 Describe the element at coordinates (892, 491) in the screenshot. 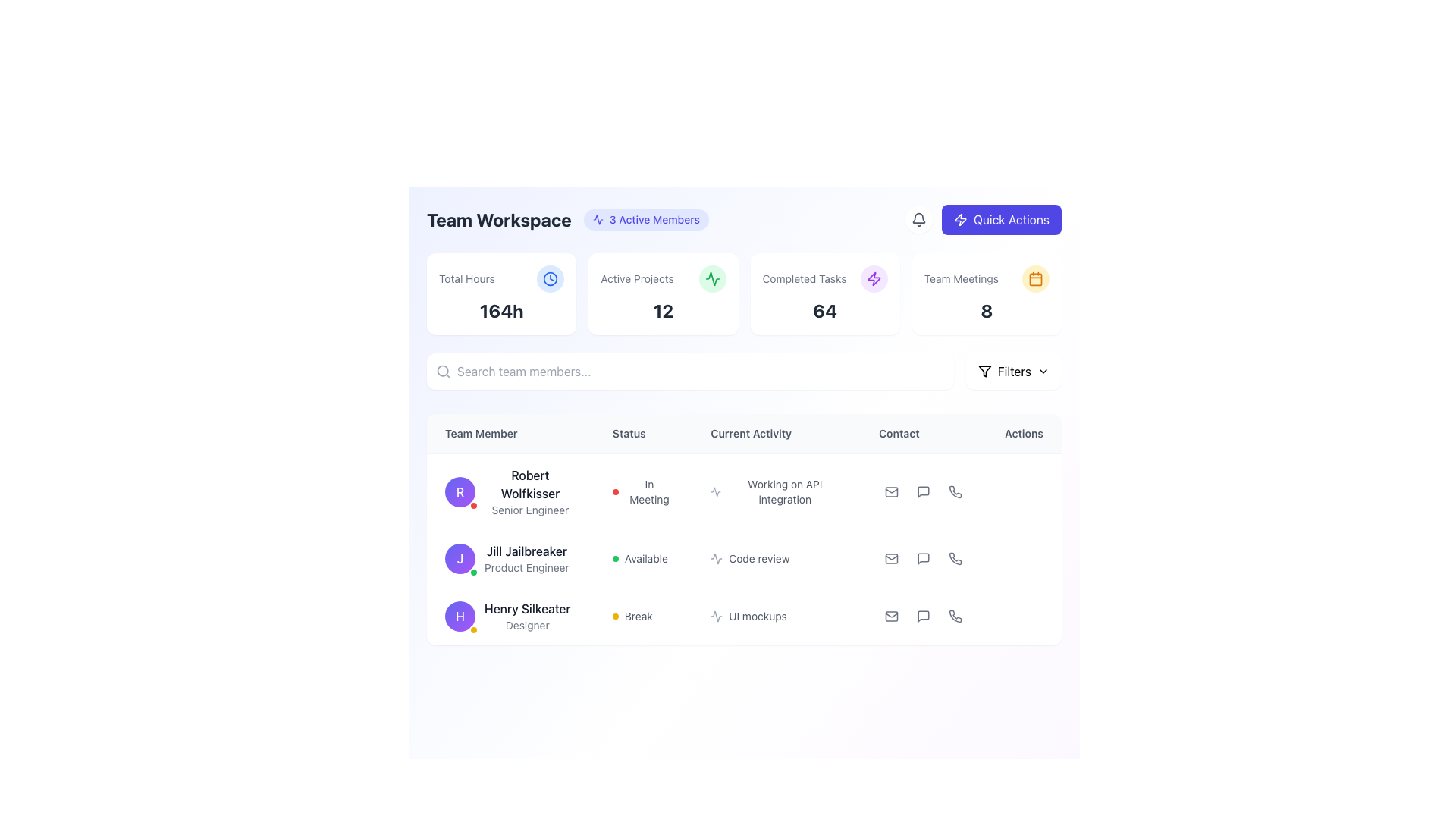

I see `the small, rounded rectangle-shaped button with an envelope icon at its center, located in the 'Contact' column of the table for 'Robert Wolfkisser'` at that location.